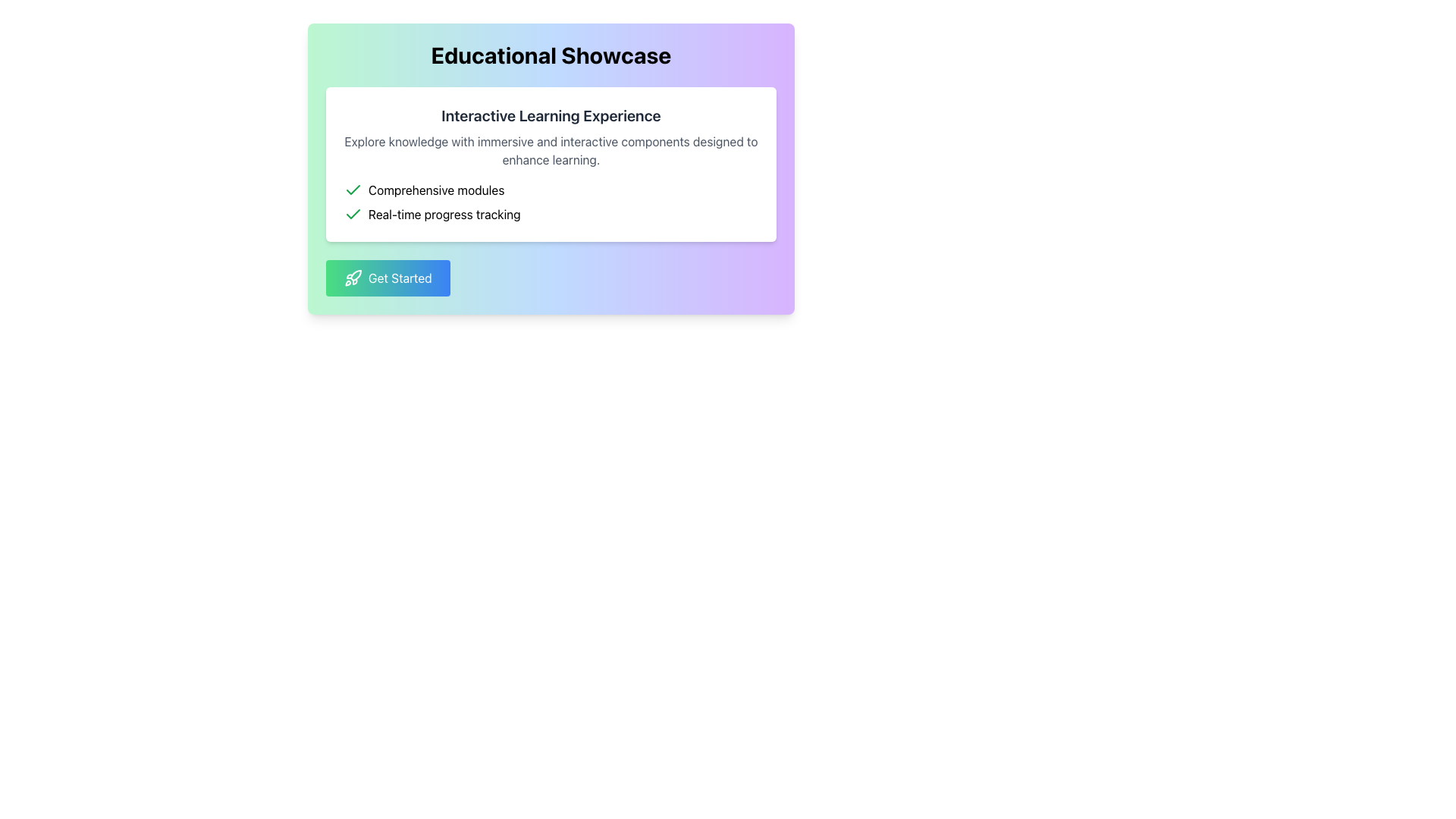 This screenshot has height=819, width=1456. I want to click on the descriptive text that reads 'Explore knowledge with immersive and interactive components designed to enhance learning.' located below the title 'Interactive Learning Experience' and above the bullet-pointed list, so click(550, 151).